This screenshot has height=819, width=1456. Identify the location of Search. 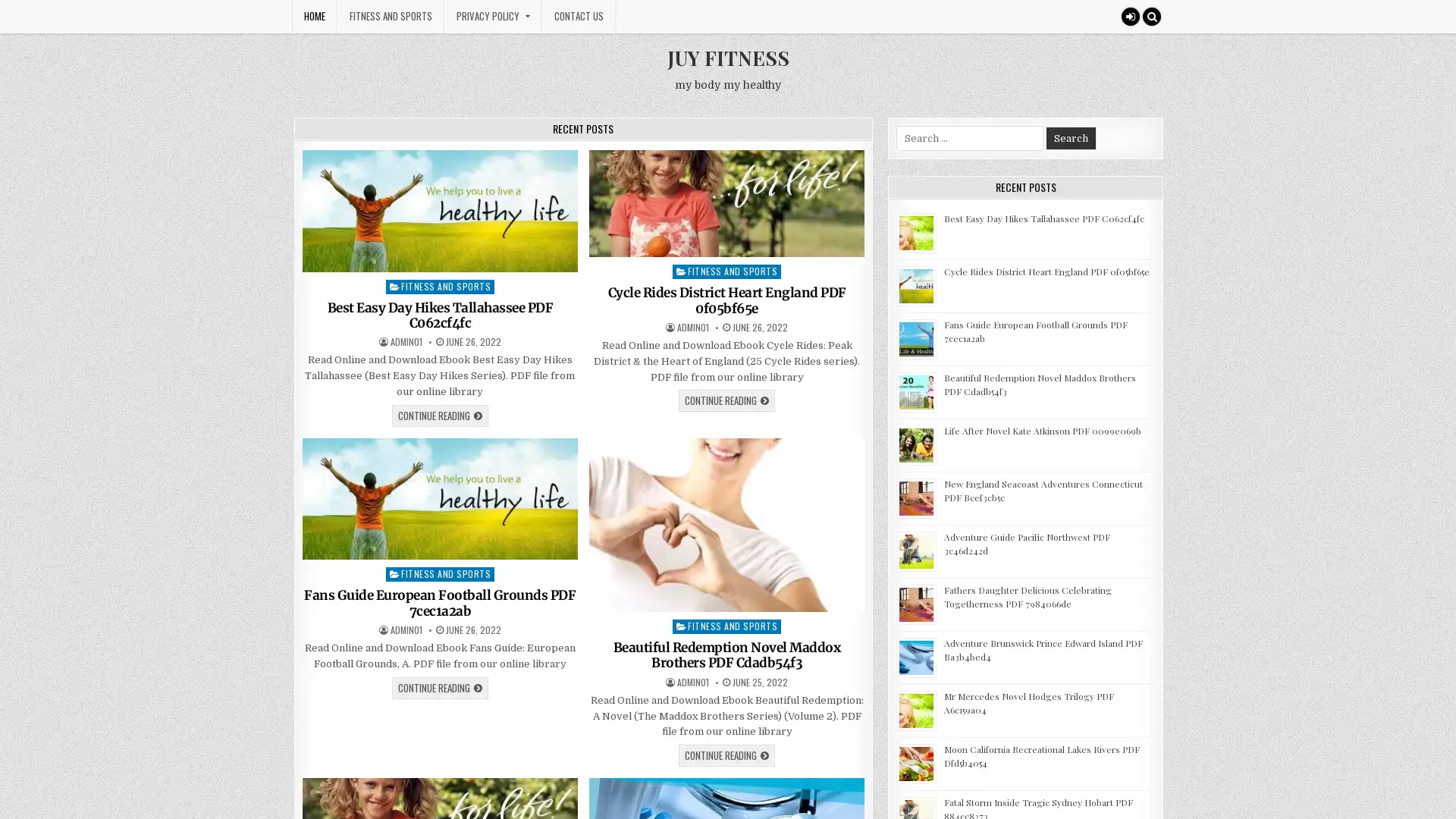
(1070, 138).